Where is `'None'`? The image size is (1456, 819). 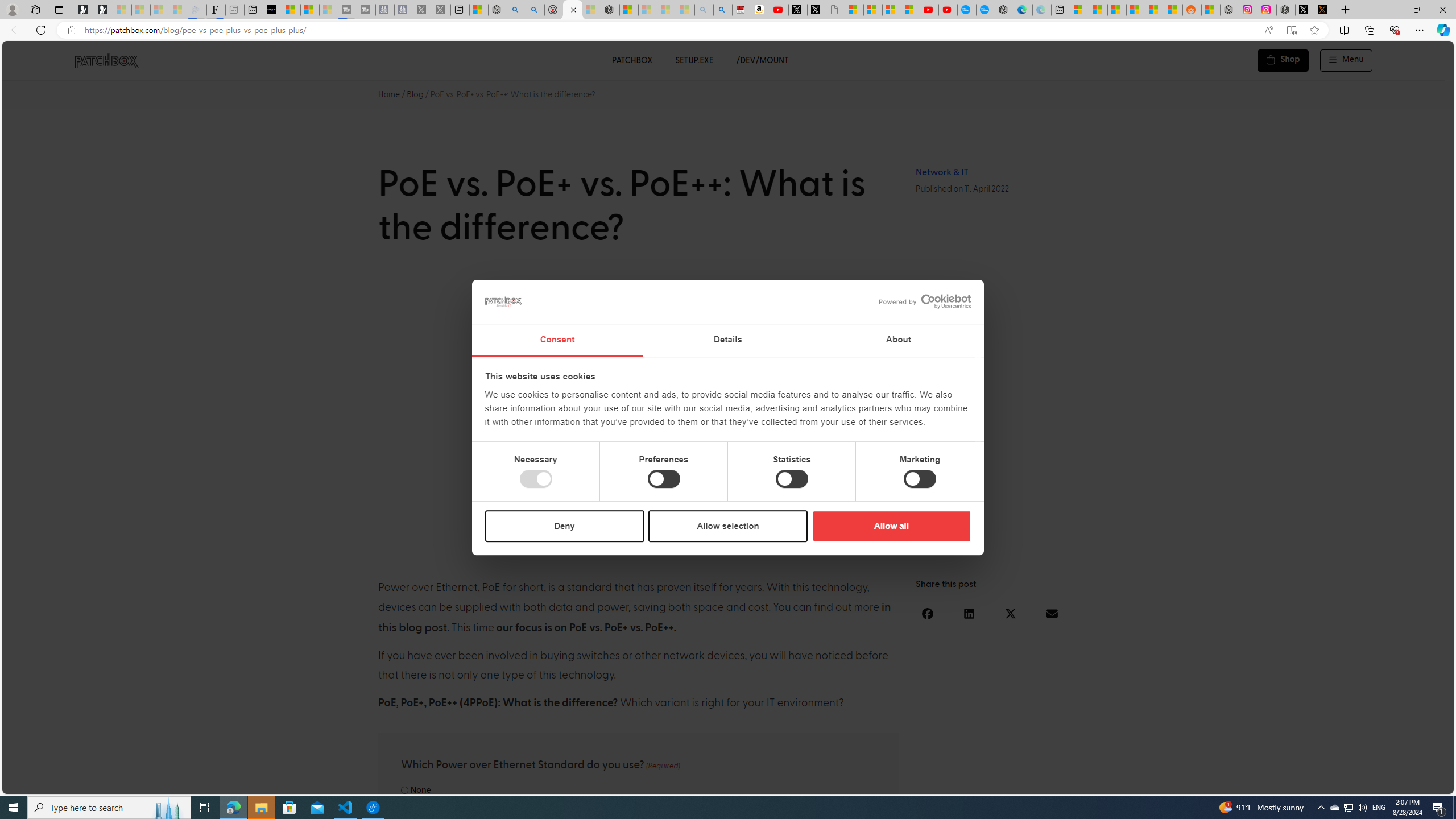
'None' is located at coordinates (403, 790).